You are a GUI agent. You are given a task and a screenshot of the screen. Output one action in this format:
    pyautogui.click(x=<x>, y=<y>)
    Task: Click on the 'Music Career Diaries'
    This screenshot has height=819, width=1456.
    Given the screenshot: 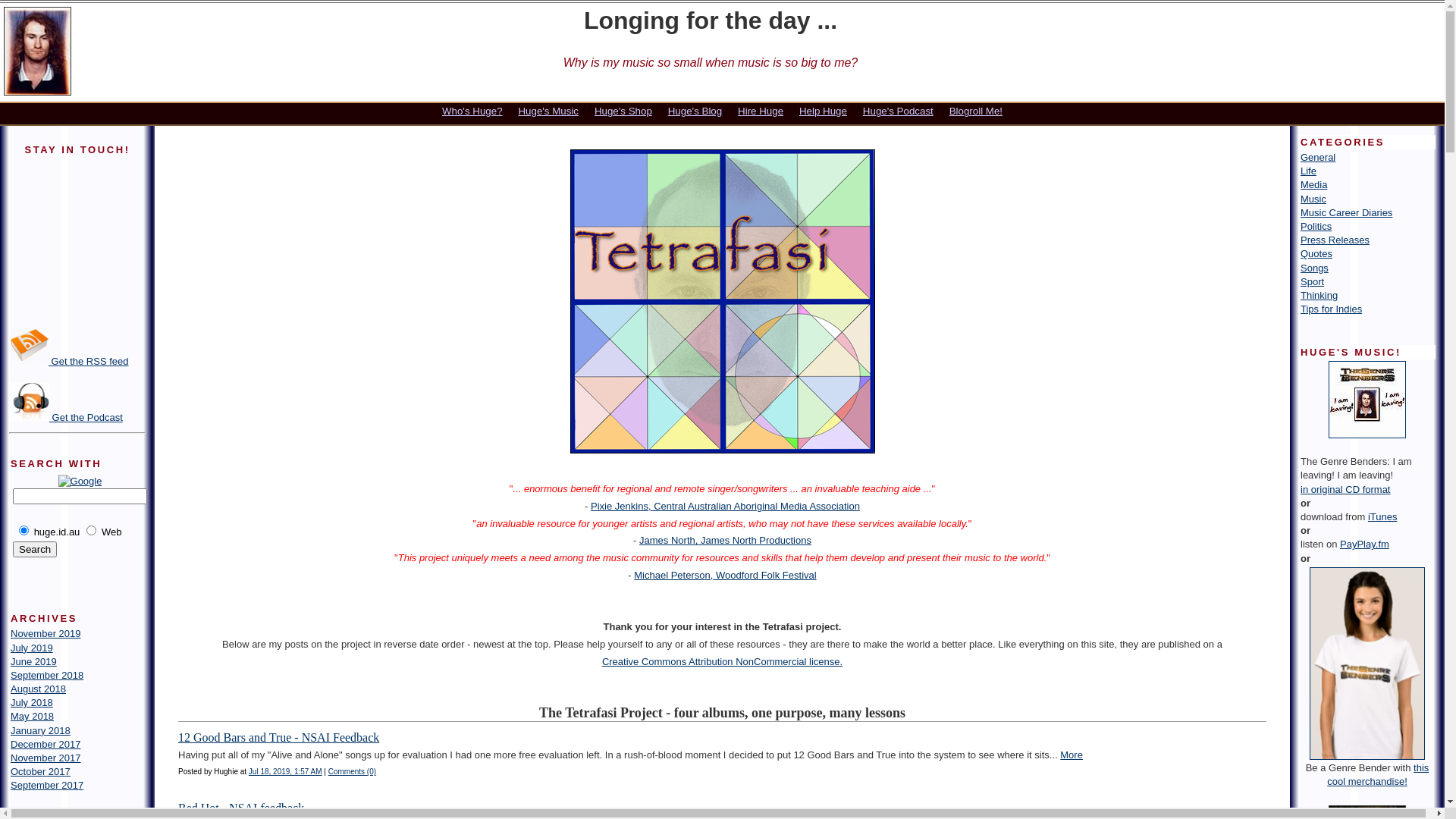 What is the action you would take?
    pyautogui.click(x=1299, y=212)
    